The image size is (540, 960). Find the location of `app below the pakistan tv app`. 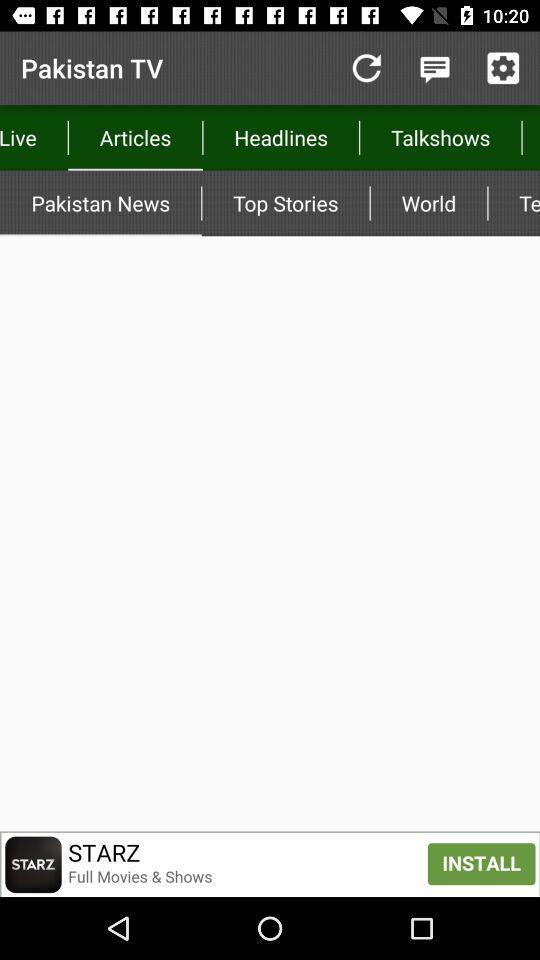

app below the pakistan tv app is located at coordinates (135, 136).